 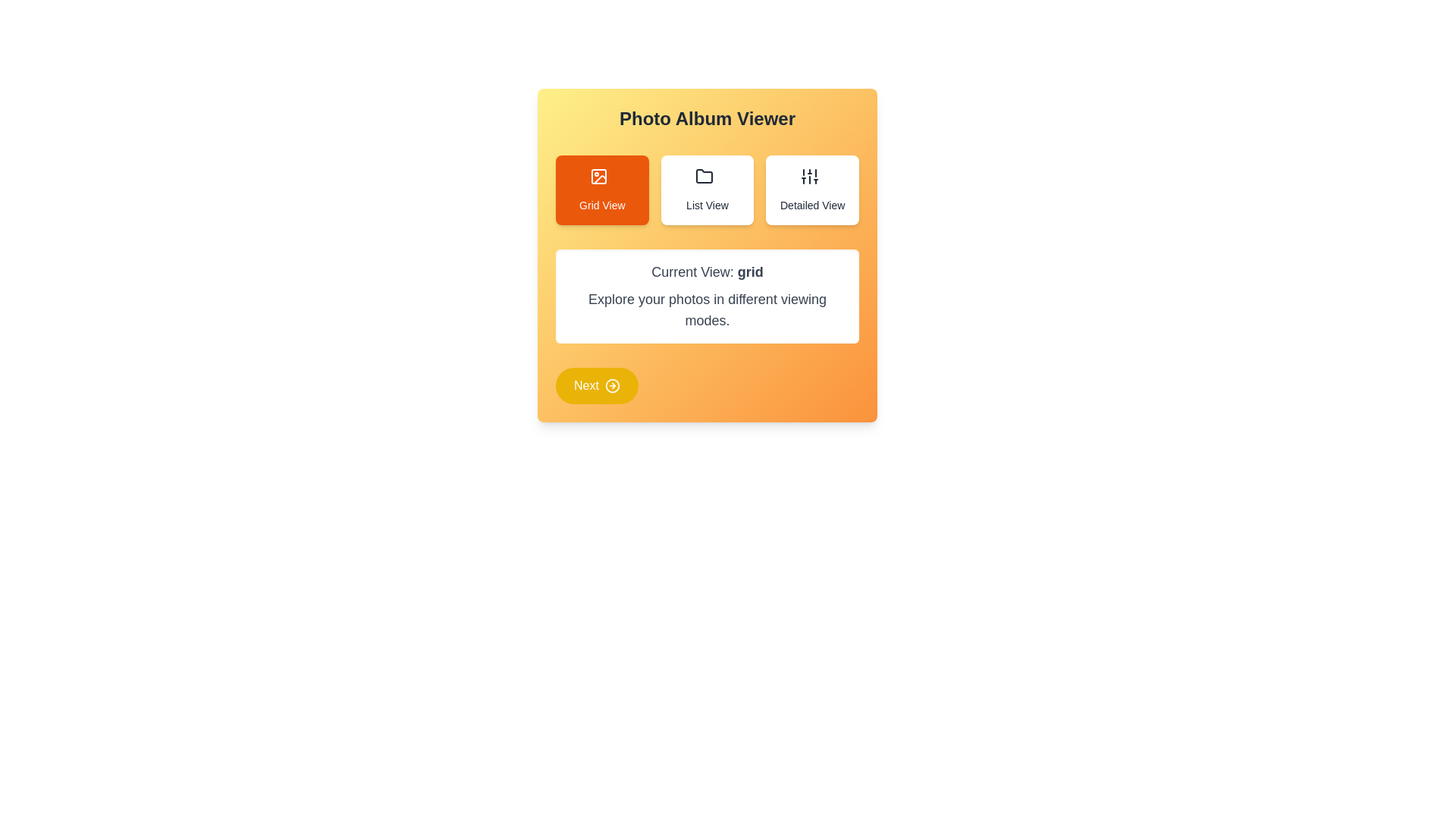 What do you see at coordinates (706, 271) in the screenshot?
I see `text element displaying 'Current View: grid', which is located within a white box and is the first text element beneath the header section of view mode buttons` at bounding box center [706, 271].